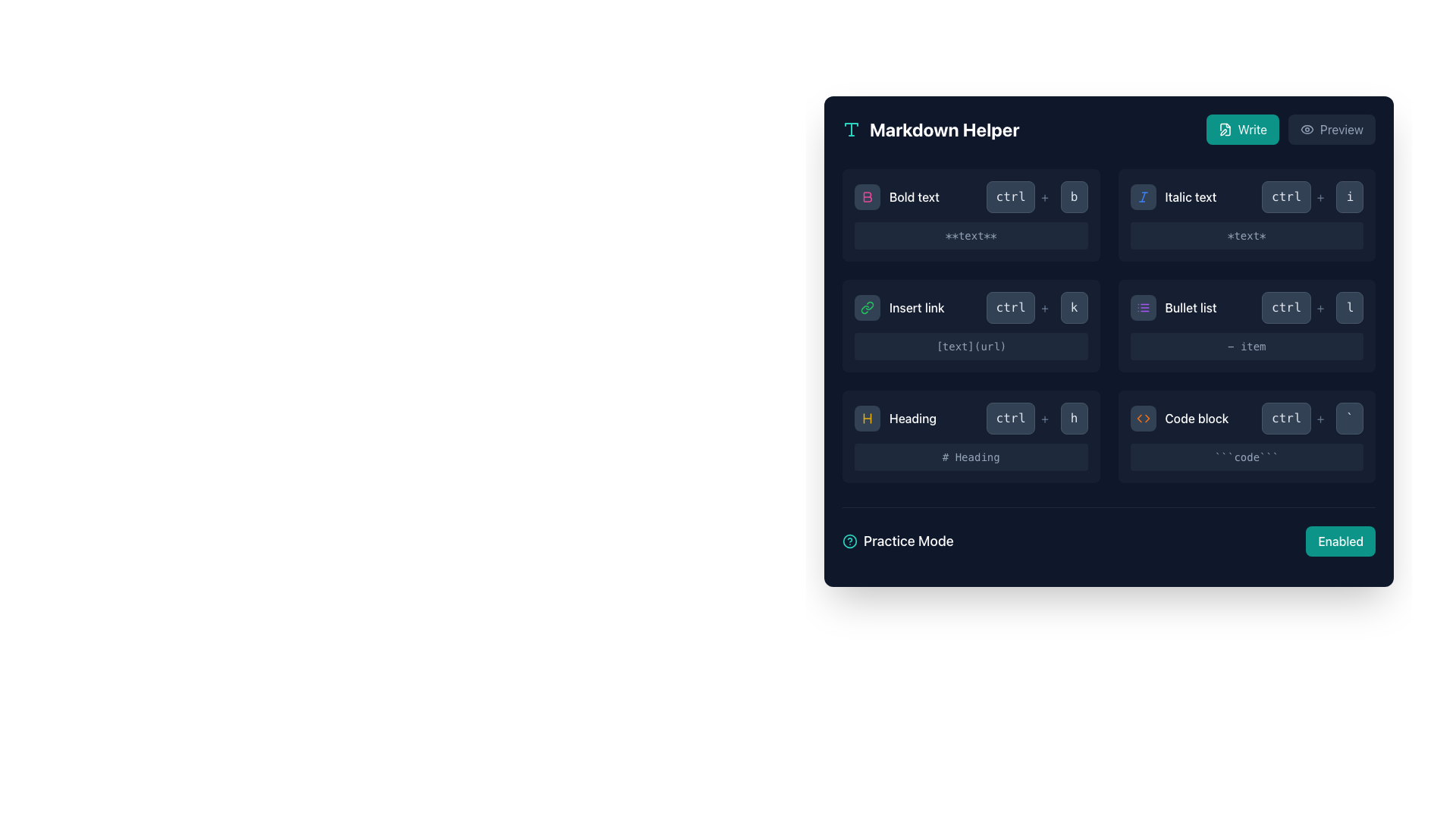  What do you see at coordinates (1143, 196) in the screenshot?
I see `the 'Italic text' icon located in the button within the 'Markdown Helper' panel` at bounding box center [1143, 196].